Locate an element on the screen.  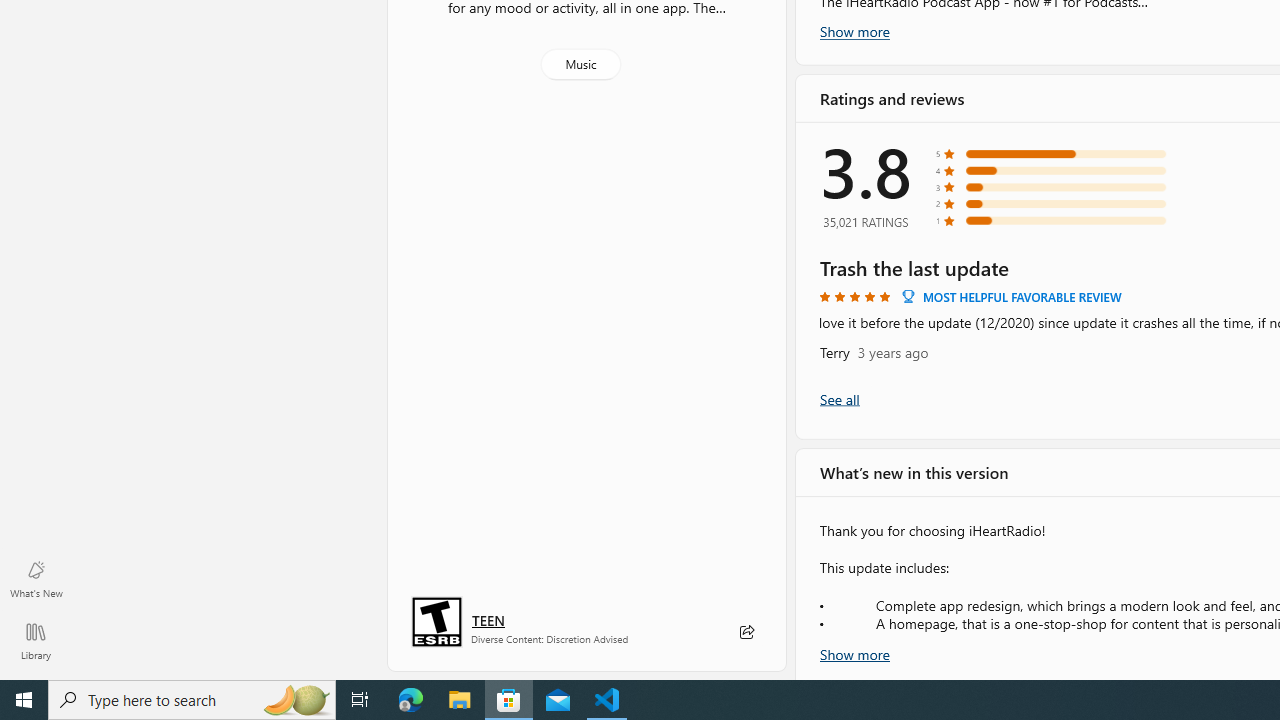
'Share' is located at coordinates (745, 632).